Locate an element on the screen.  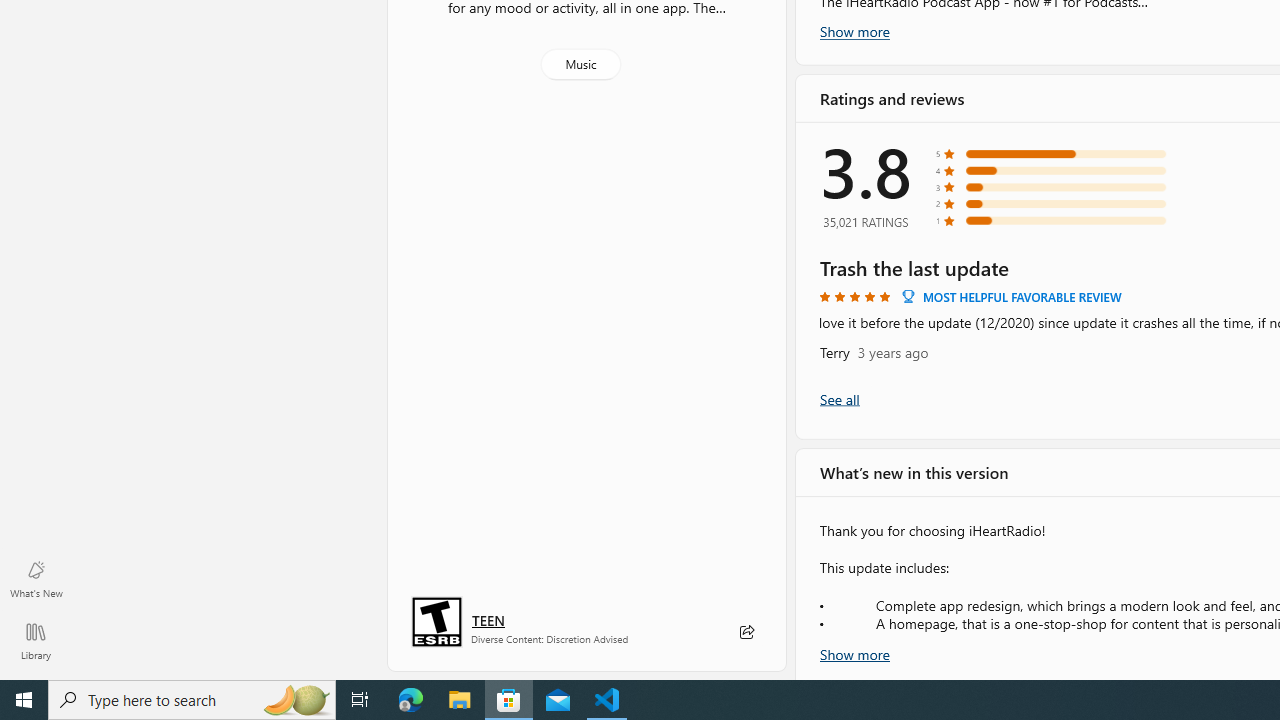
'Share' is located at coordinates (745, 632).